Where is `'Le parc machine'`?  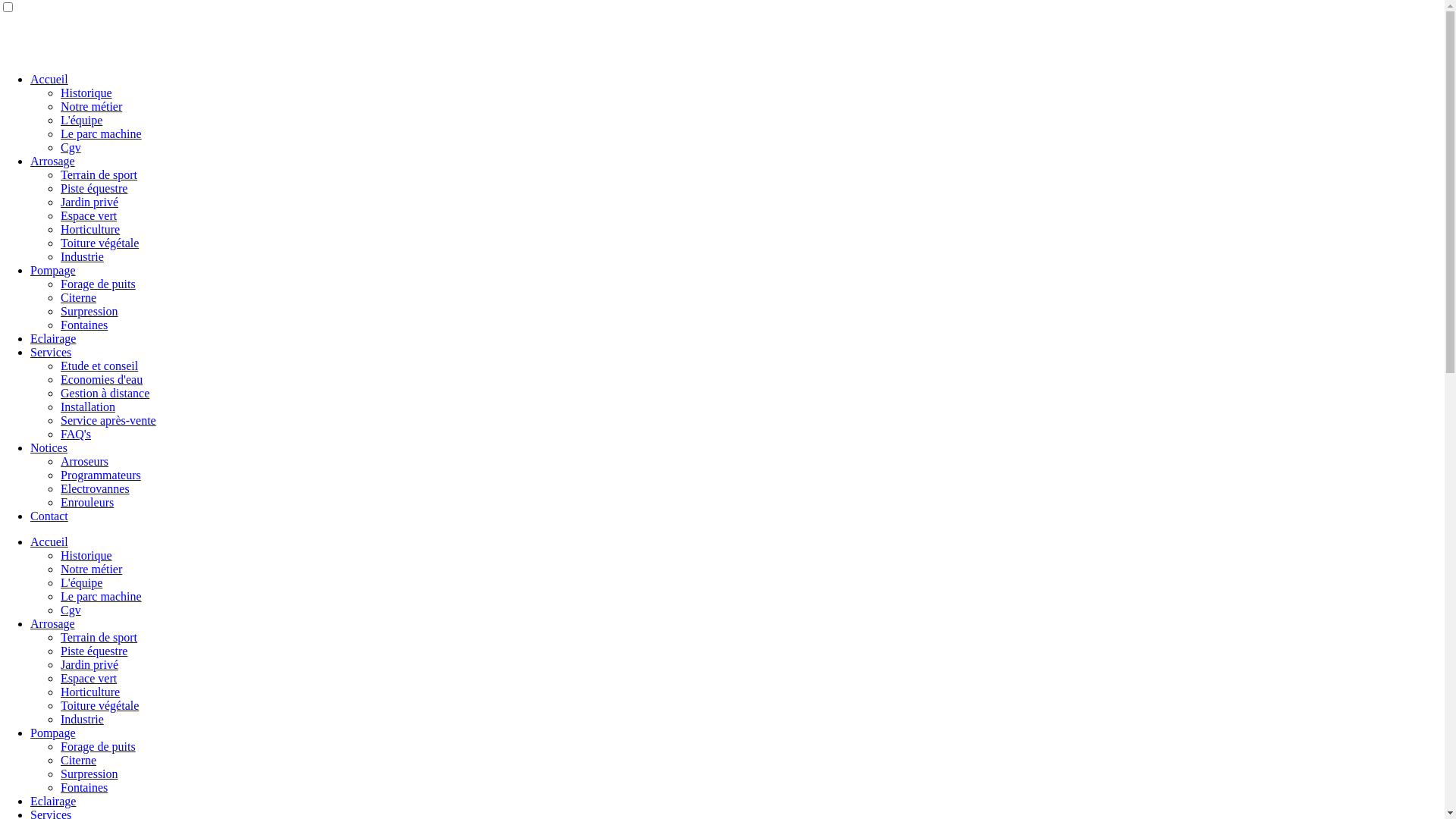 'Le parc machine' is located at coordinates (100, 595).